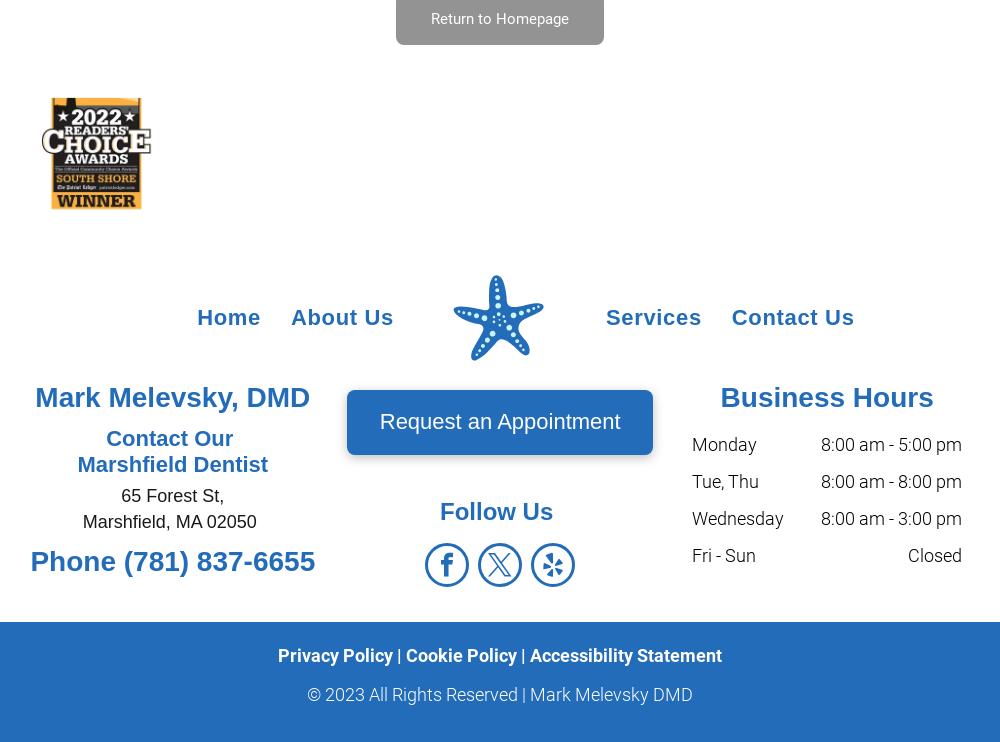 The width and height of the screenshot is (1000, 742). Describe the element at coordinates (67, 713) in the screenshot. I see `'781-490-9251'` at that location.